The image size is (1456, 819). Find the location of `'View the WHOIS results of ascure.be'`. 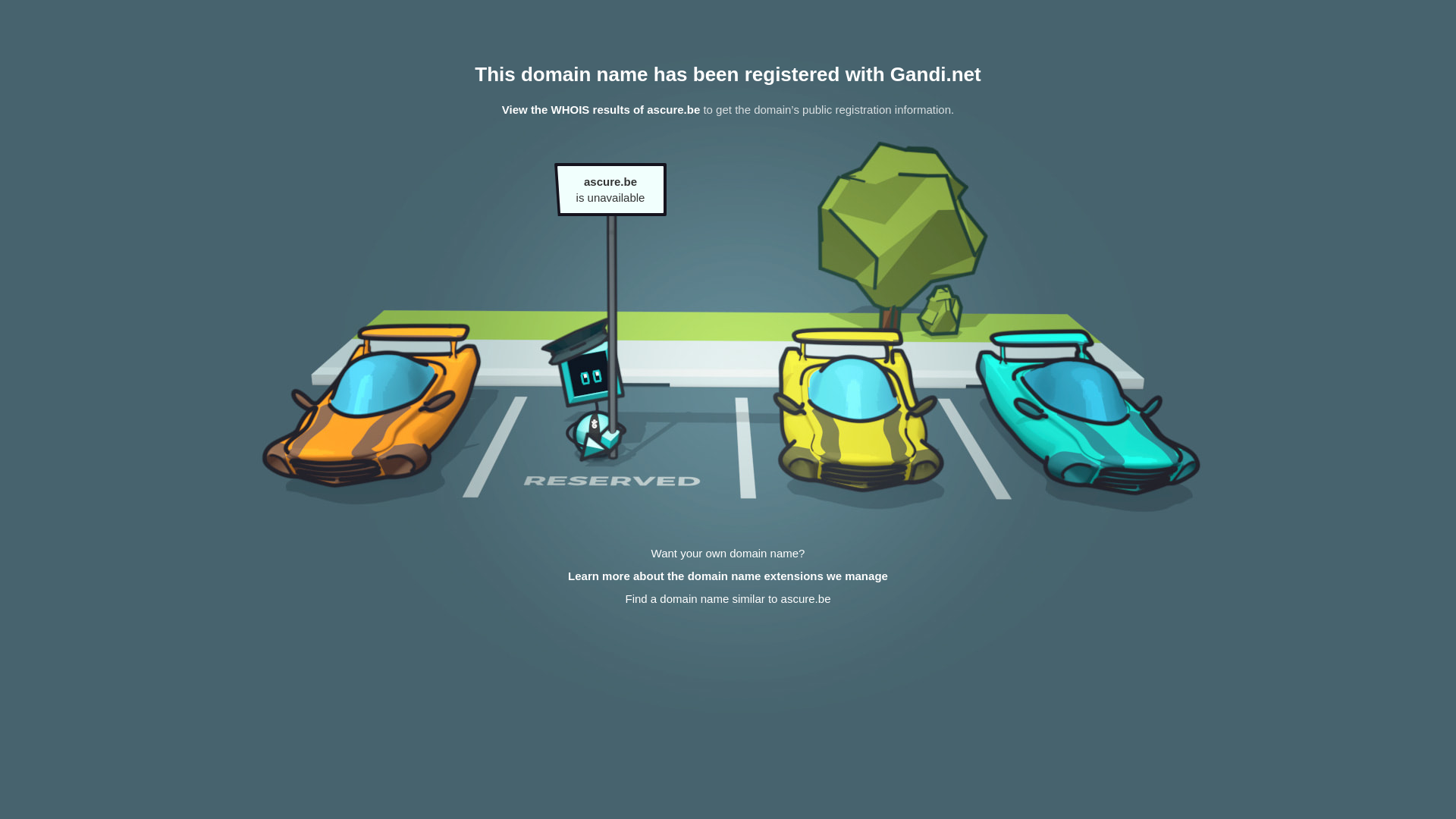

'View the WHOIS results of ascure.be' is located at coordinates (600, 108).